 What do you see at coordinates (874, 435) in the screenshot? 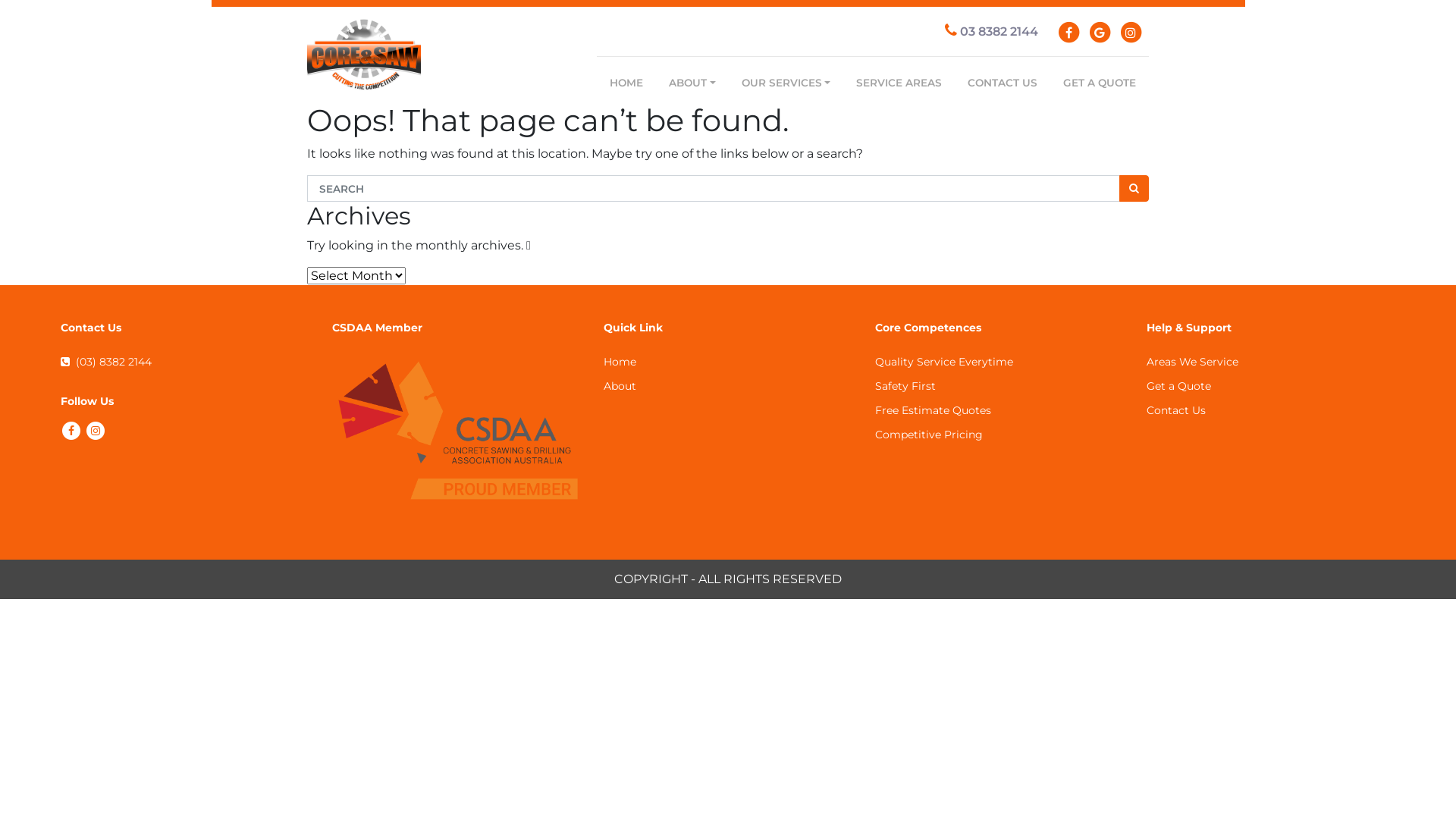
I see `'Competitive Pricing'` at bounding box center [874, 435].